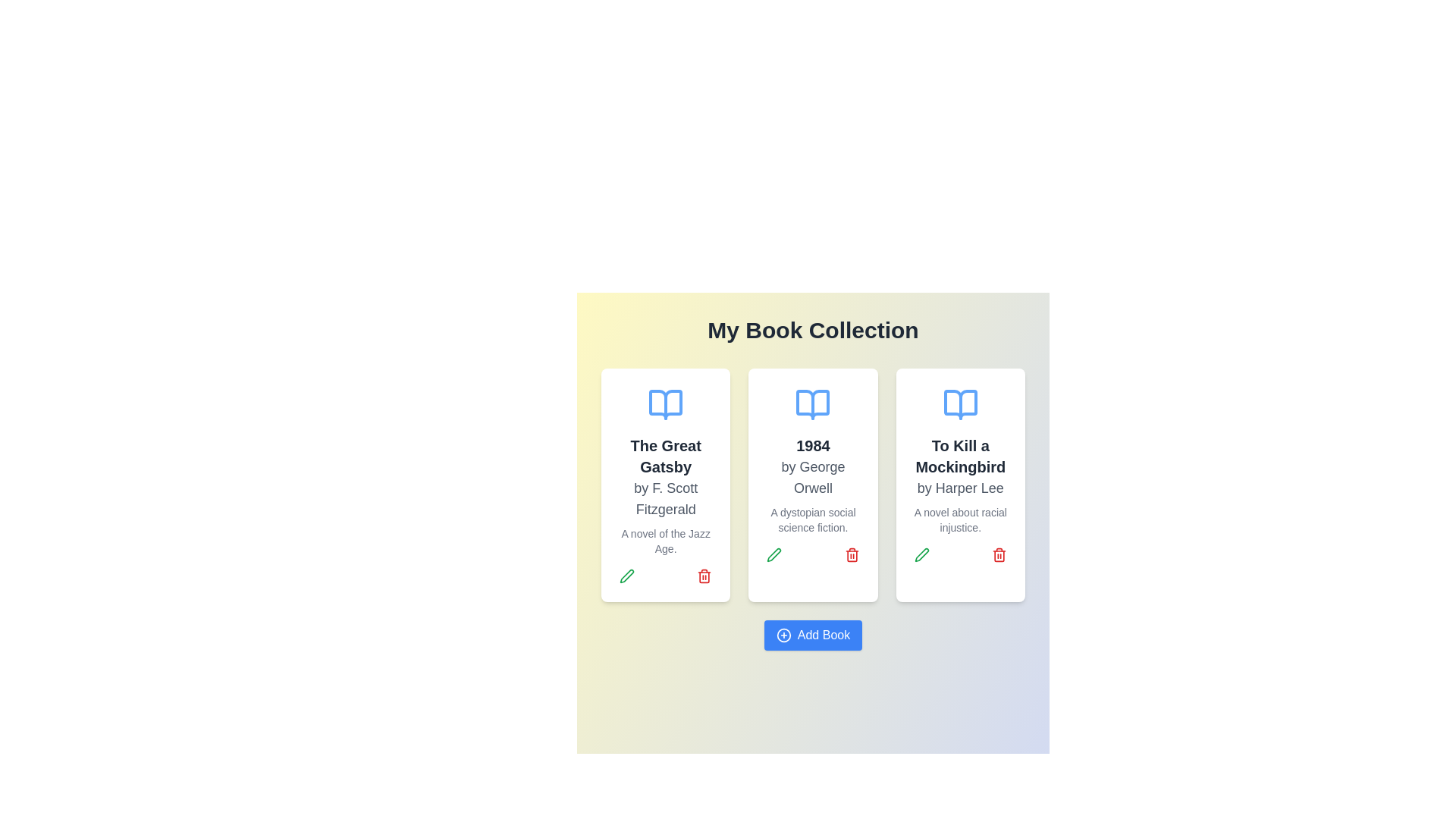  Describe the element at coordinates (774, 555) in the screenshot. I see `the button that allows users to edit the book details for '1984 by George Orwell', located below the book's description text and next to the red trash icon` at that location.